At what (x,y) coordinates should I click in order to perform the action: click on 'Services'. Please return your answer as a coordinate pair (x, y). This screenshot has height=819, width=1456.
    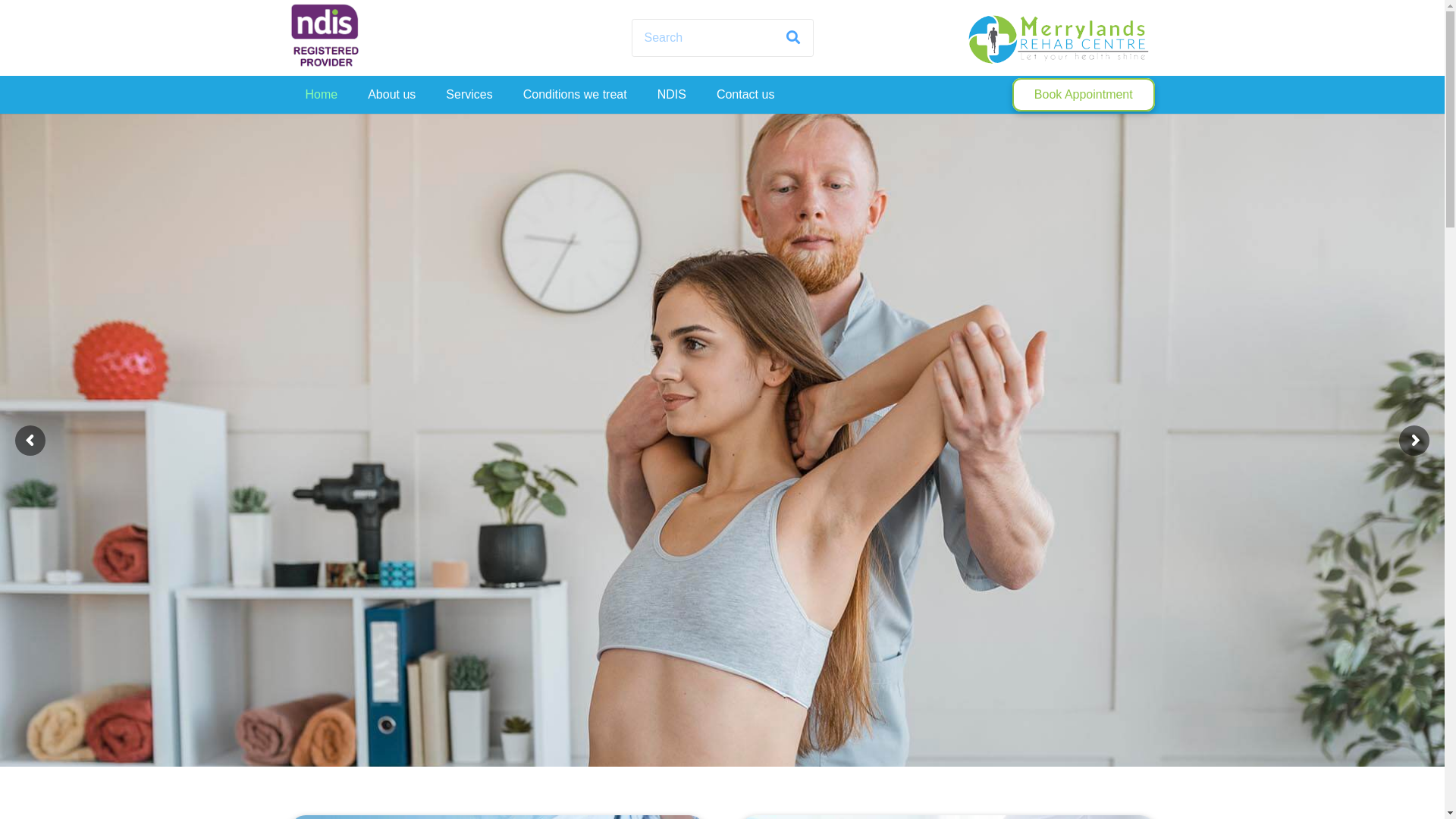
    Looking at the image, I should click on (429, 94).